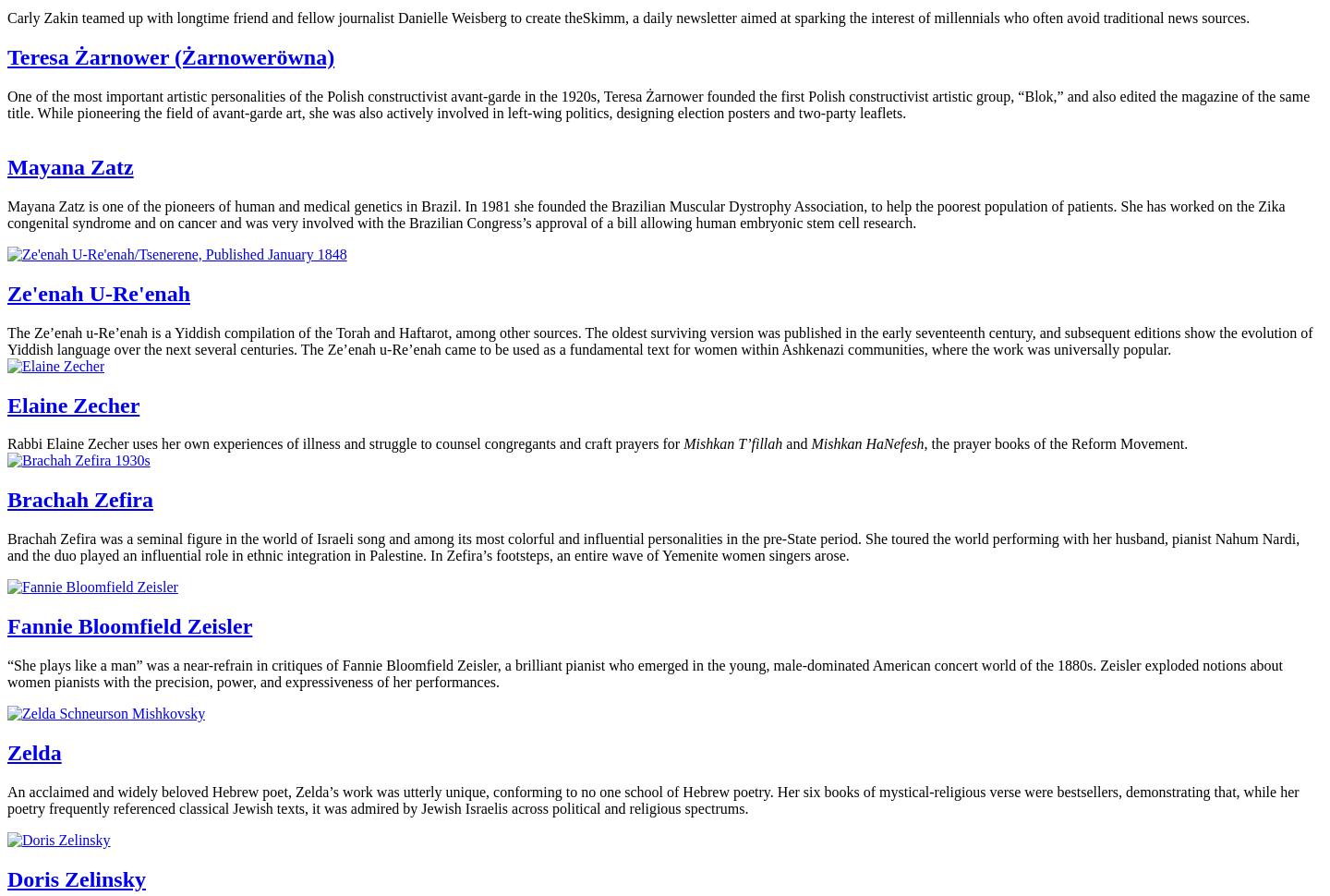  I want to click on 'Rabbi Elaine Zecher uses her own experiences of illness and struggle to counsel congregants and craft prayers for', so click(344, 442).